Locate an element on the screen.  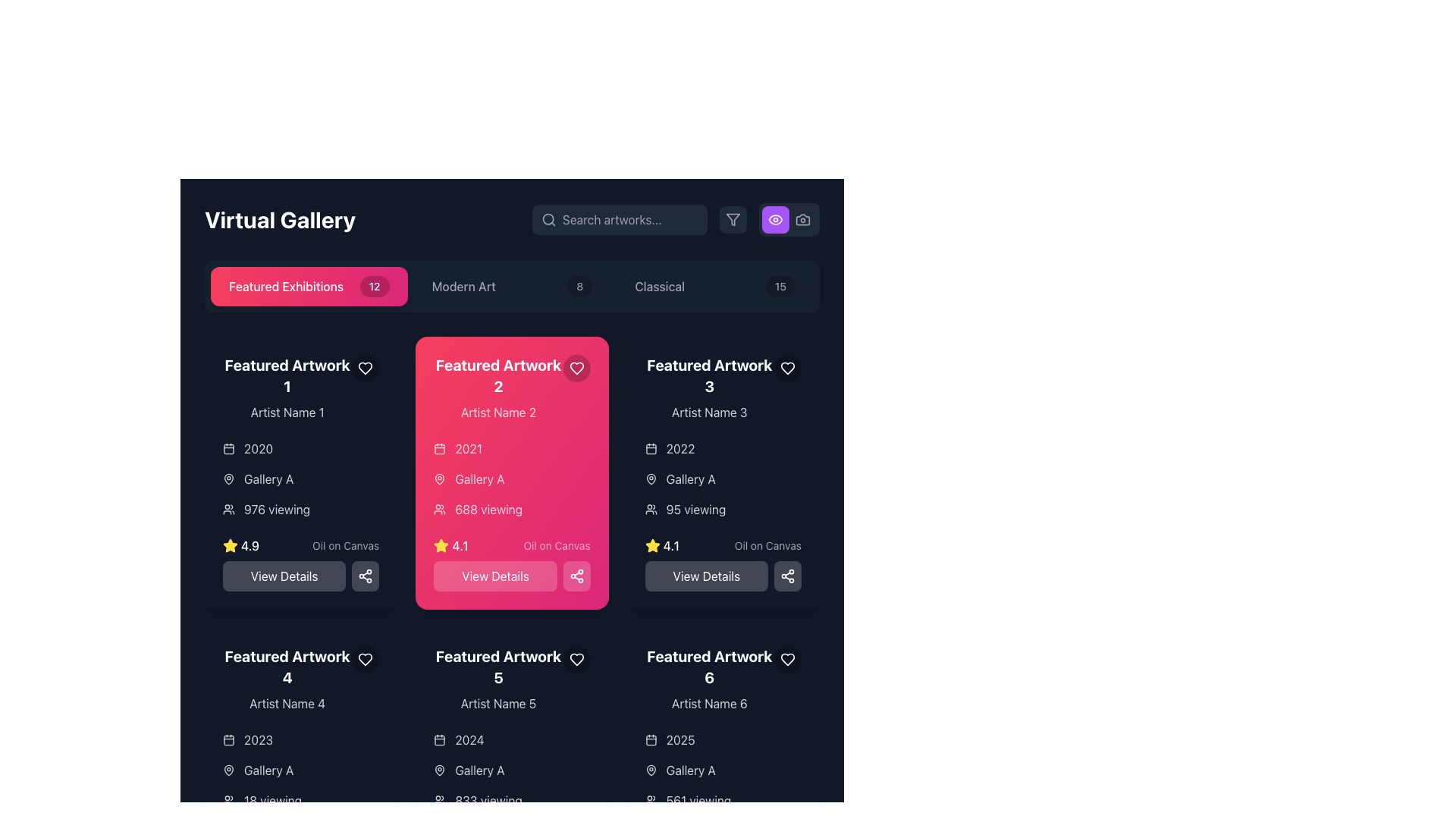
the calendar icon located to the left of the text '2025' in the sixth column of the grid layout under 'Featured Artwork 6' is located at coordinates (651, 739).